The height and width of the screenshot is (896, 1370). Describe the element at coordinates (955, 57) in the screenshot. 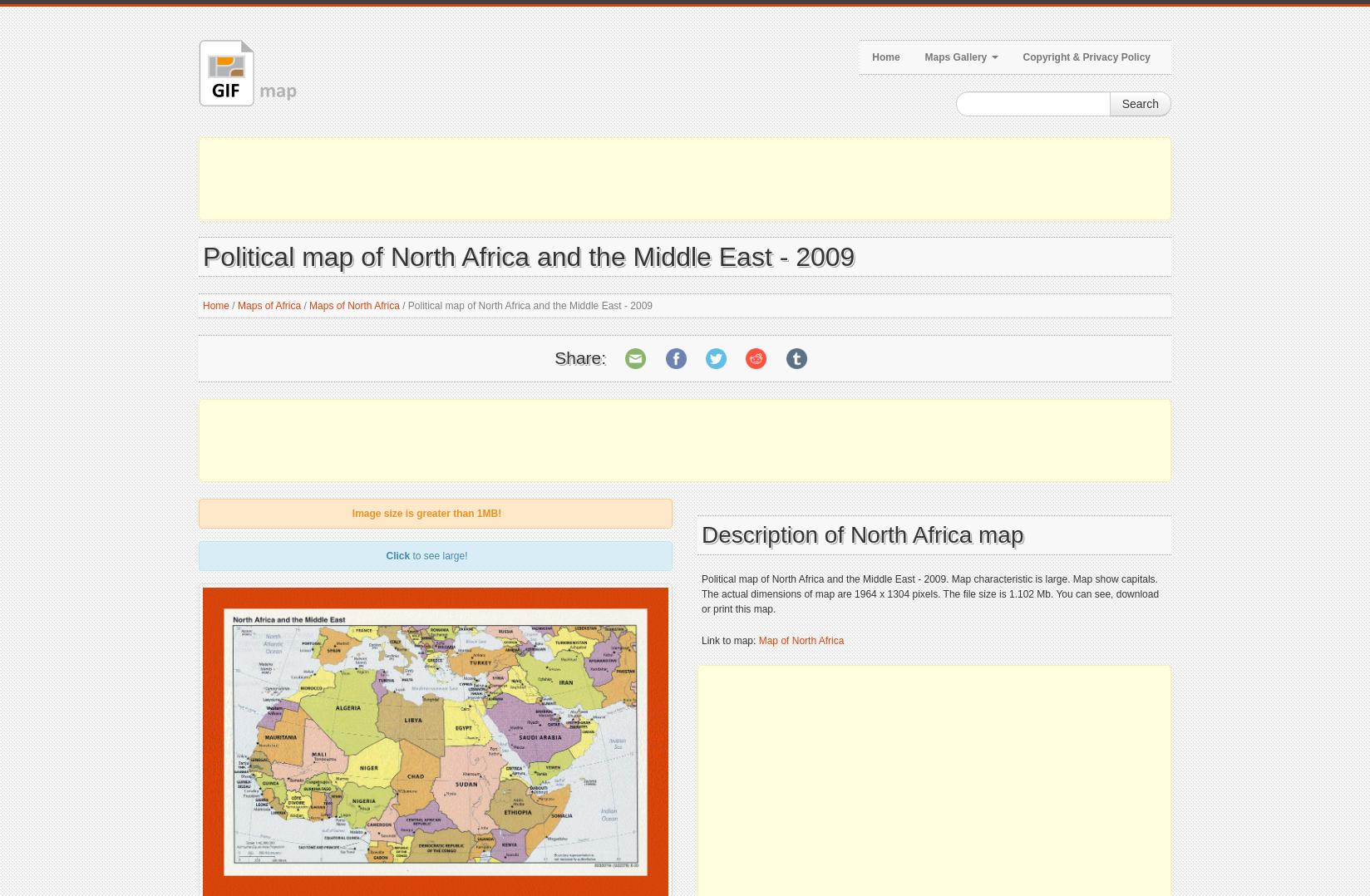

I see `'Maps Gallery'` at that location.